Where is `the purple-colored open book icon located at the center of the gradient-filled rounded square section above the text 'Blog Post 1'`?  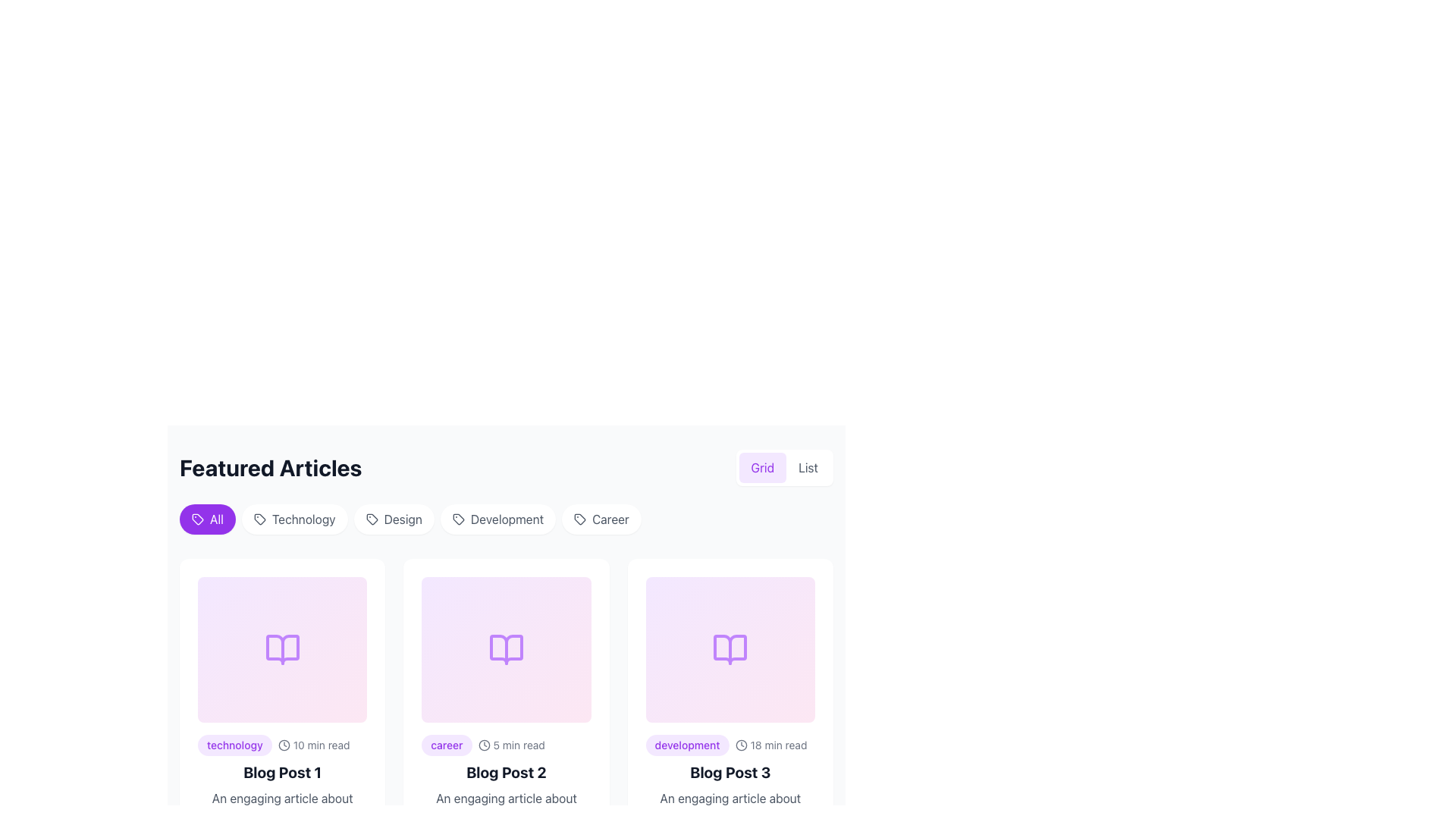
the purple-colored open book icon located at the center of the gradient-filled rounded square section above the text 'Blog Post 1' is located at coordinates (282, 648).